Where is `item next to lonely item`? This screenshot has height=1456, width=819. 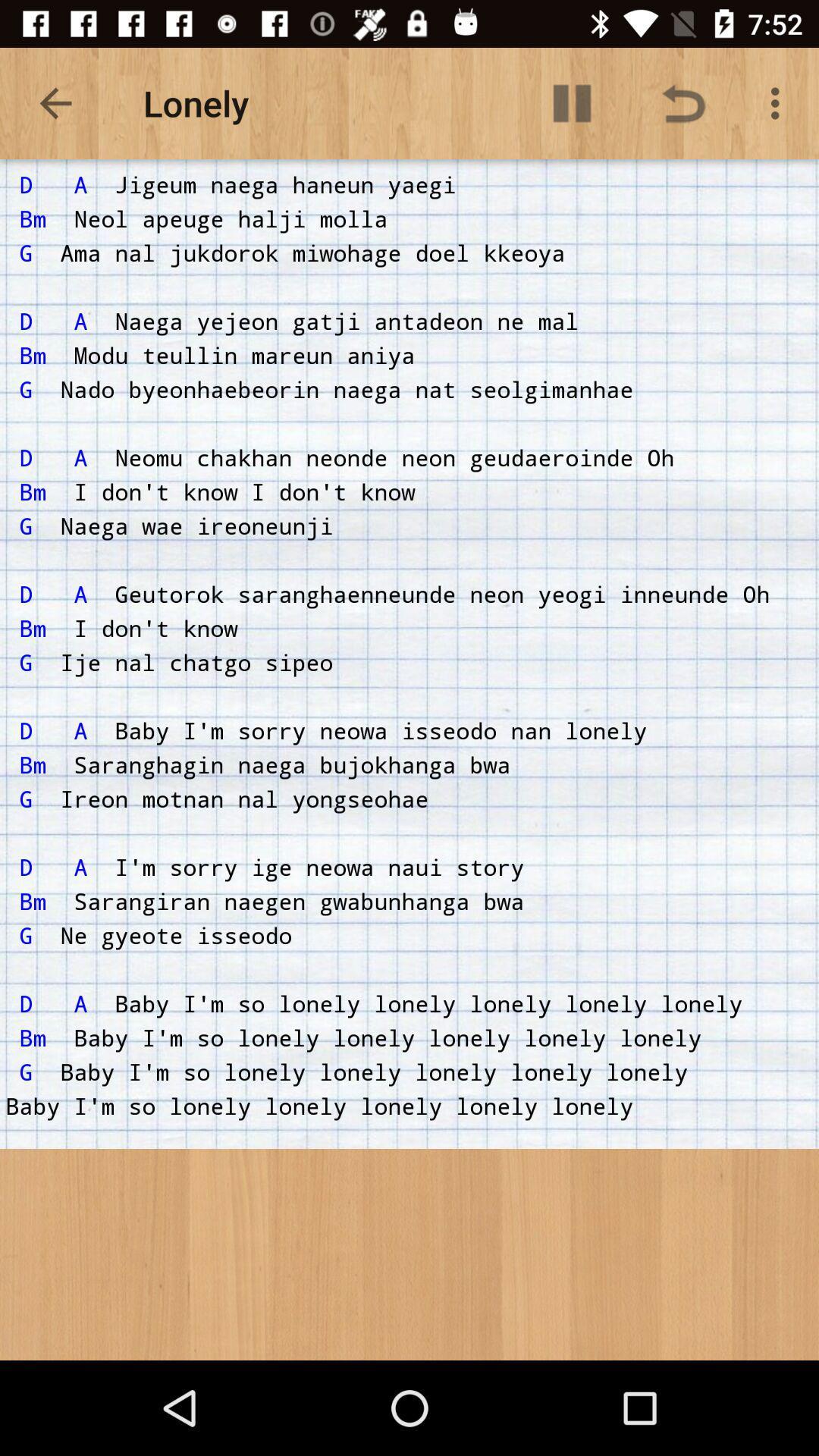 item next to lonely item is located at coordinates (55, 102).